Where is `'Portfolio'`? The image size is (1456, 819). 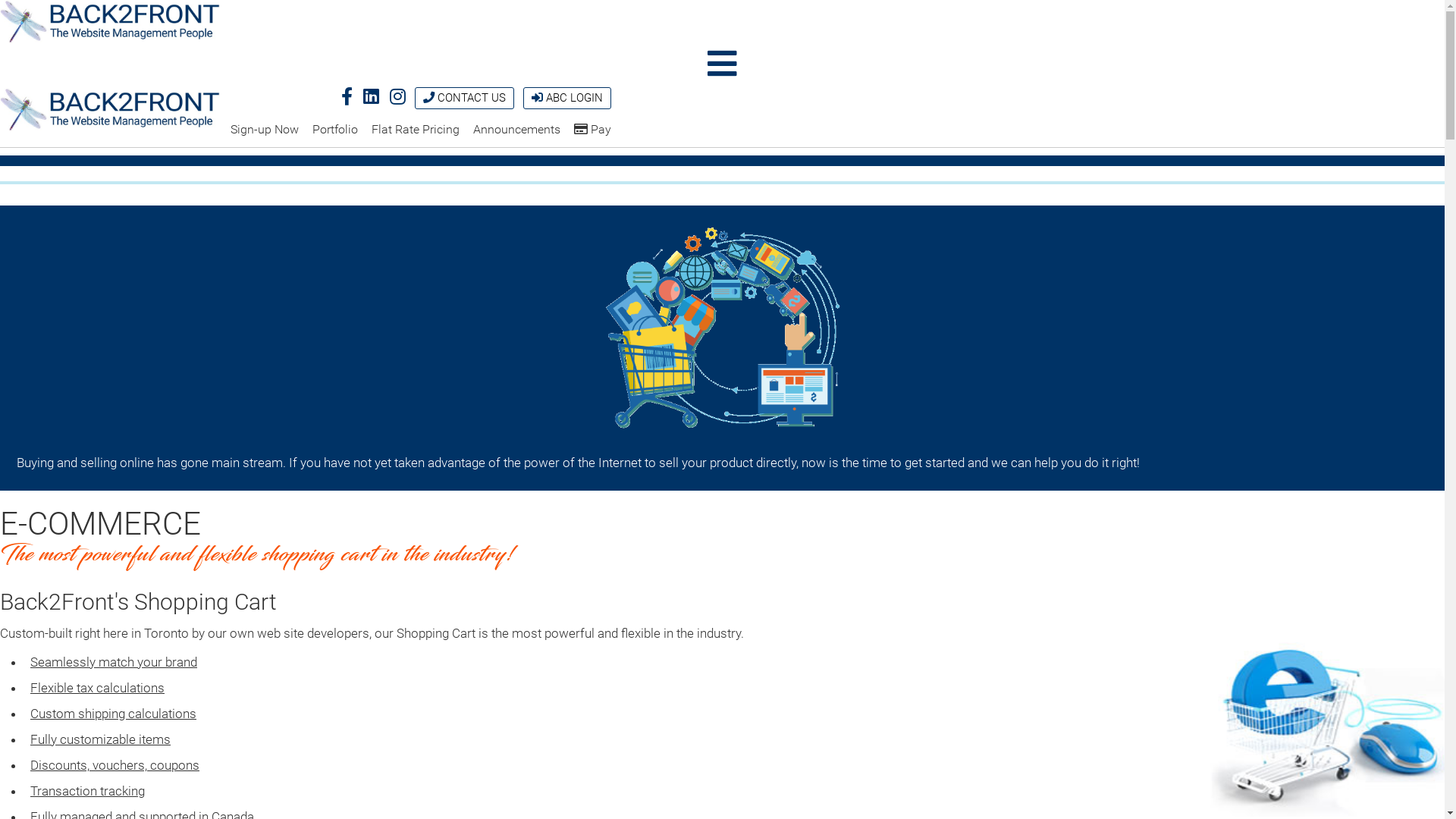
'Portfolio' is located at coordinates (334, 128).